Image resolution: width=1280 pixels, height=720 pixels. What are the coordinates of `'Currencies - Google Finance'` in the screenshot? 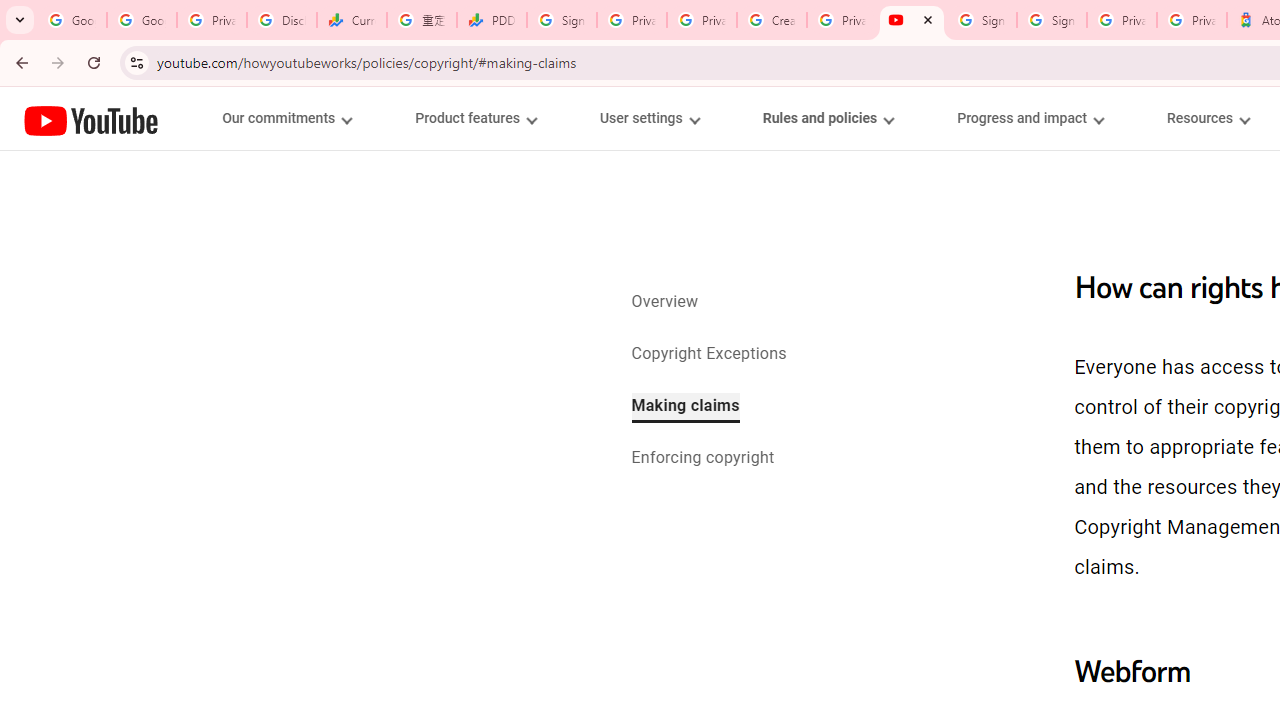 It's located at (352, 20).